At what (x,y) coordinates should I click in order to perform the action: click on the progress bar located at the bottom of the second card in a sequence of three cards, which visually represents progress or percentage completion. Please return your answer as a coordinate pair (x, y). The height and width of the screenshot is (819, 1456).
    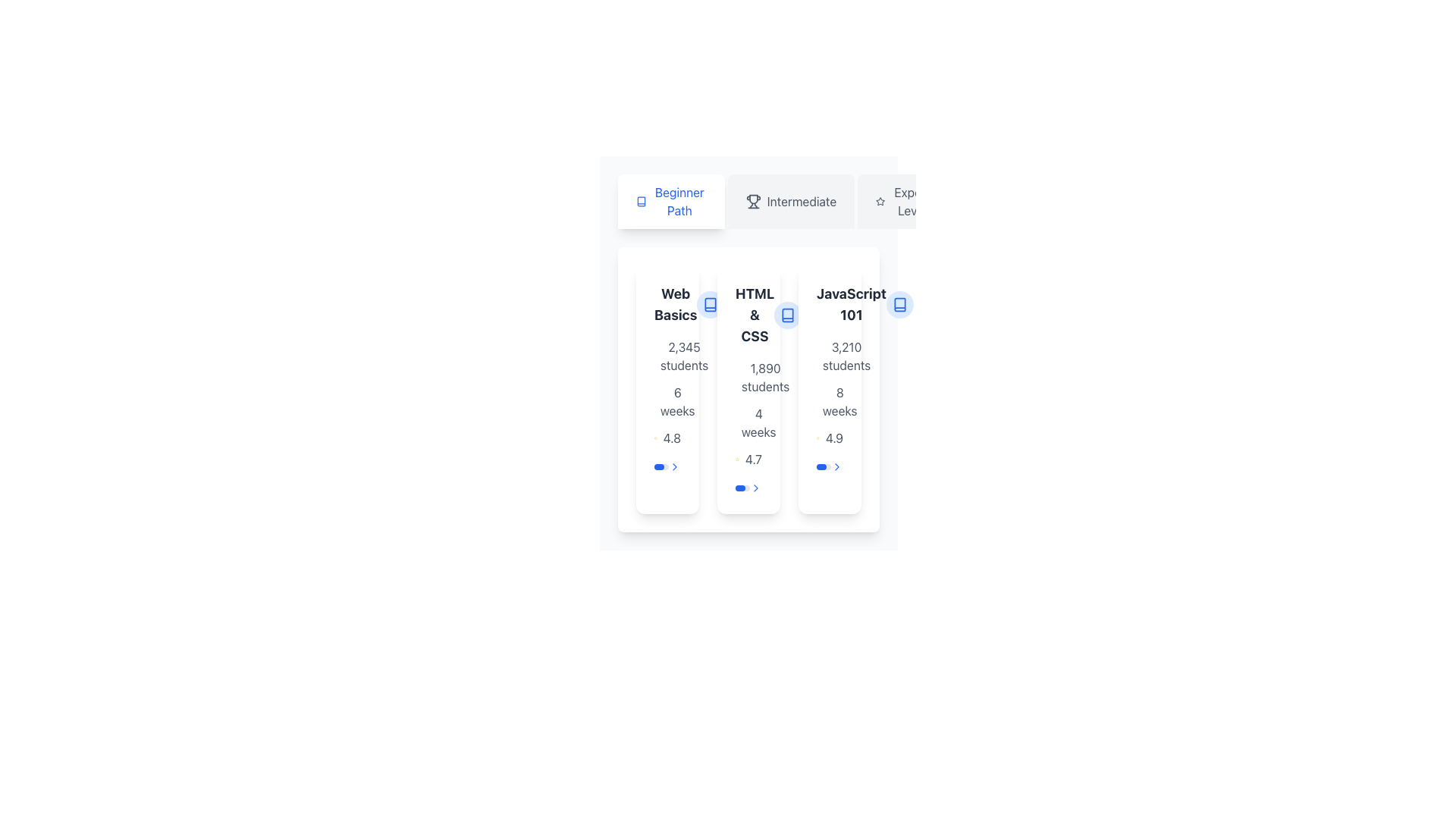
    Looking at the image, I should click on (661, 466).